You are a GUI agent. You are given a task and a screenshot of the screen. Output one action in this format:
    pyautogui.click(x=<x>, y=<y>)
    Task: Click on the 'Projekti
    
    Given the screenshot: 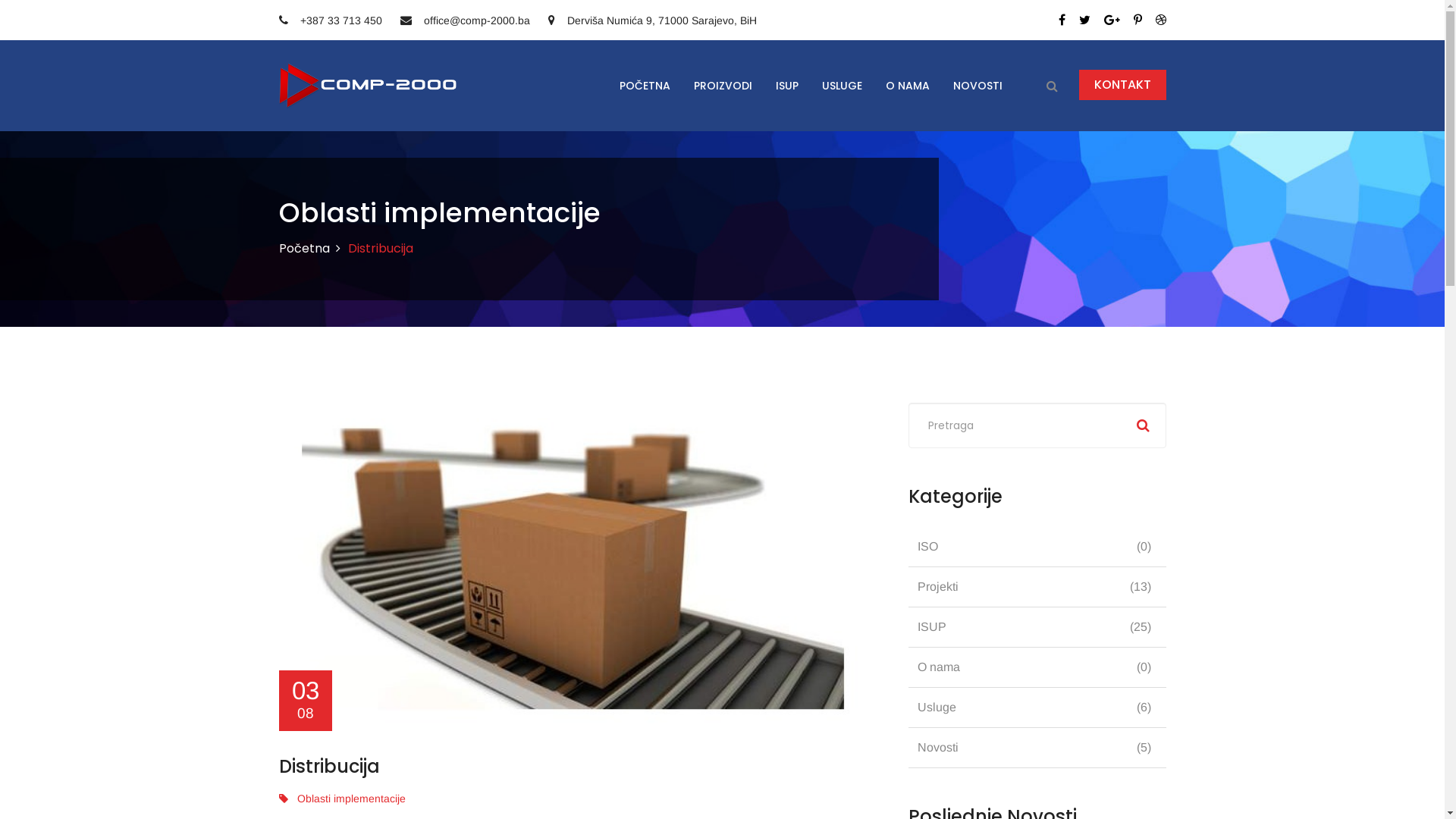 What is the action you would take?
    pyautogui.click(x=1037, y=586)
    